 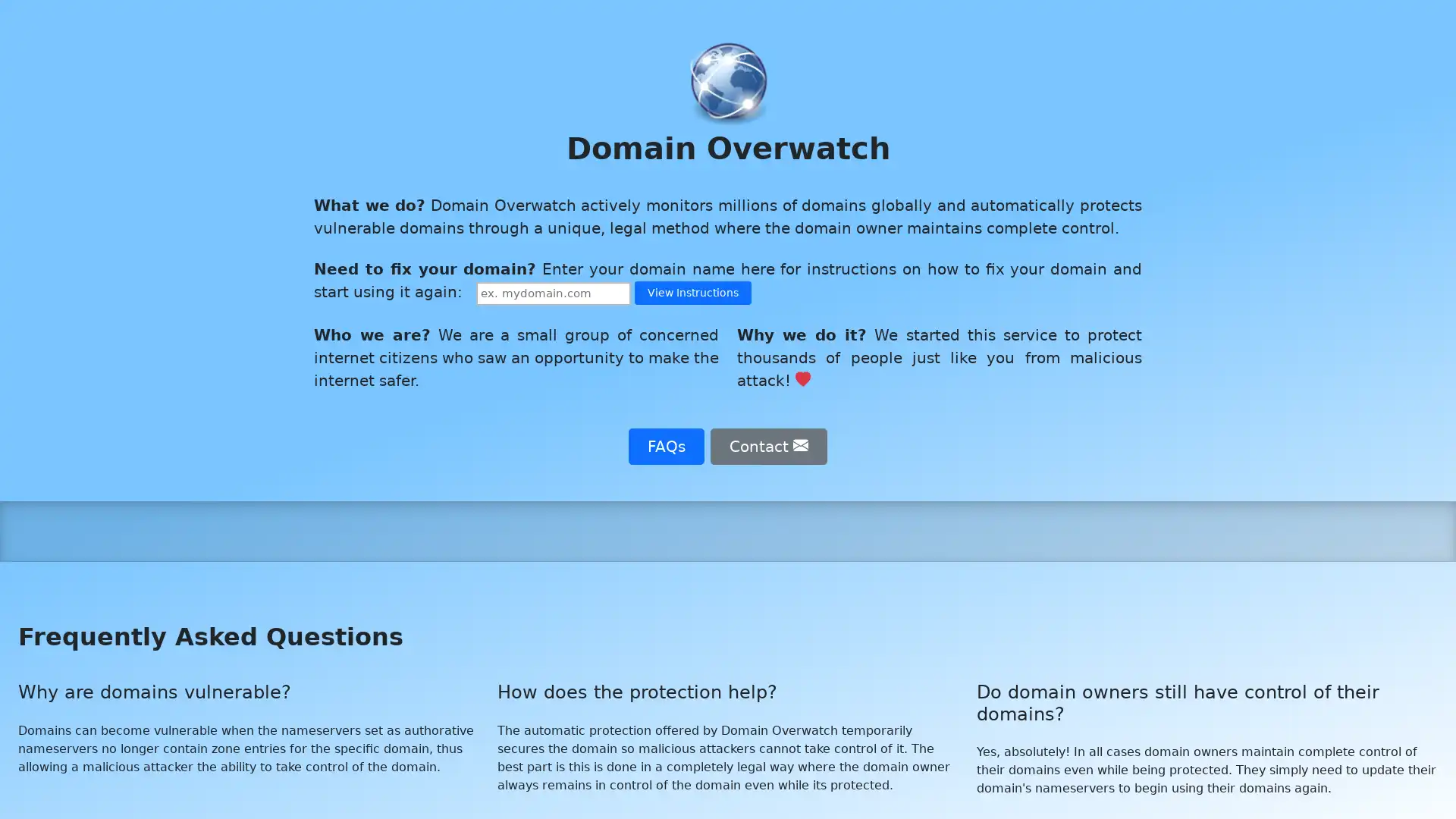 What do you see at coordinates (666, 444) in the screenshot?
I see `FAQs` at bounding box center [666, 444].